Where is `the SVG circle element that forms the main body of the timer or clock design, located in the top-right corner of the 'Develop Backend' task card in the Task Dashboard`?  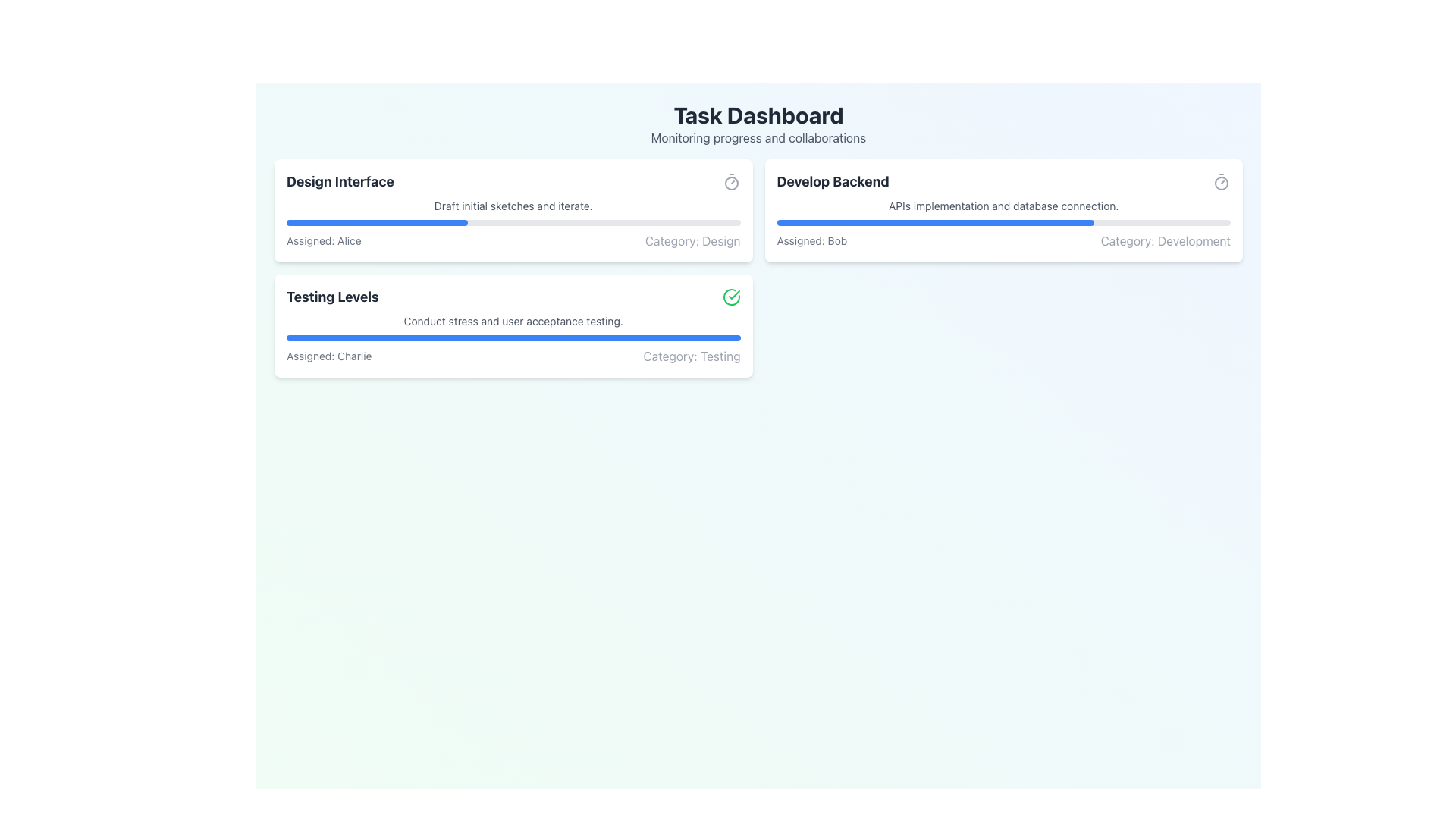
the SVG circle element that forms the main body of the timer or clock design, located in the top-right corner of the 'Develop Backend' task card in the Task Dashboard is located at coordinates (1222, 183).